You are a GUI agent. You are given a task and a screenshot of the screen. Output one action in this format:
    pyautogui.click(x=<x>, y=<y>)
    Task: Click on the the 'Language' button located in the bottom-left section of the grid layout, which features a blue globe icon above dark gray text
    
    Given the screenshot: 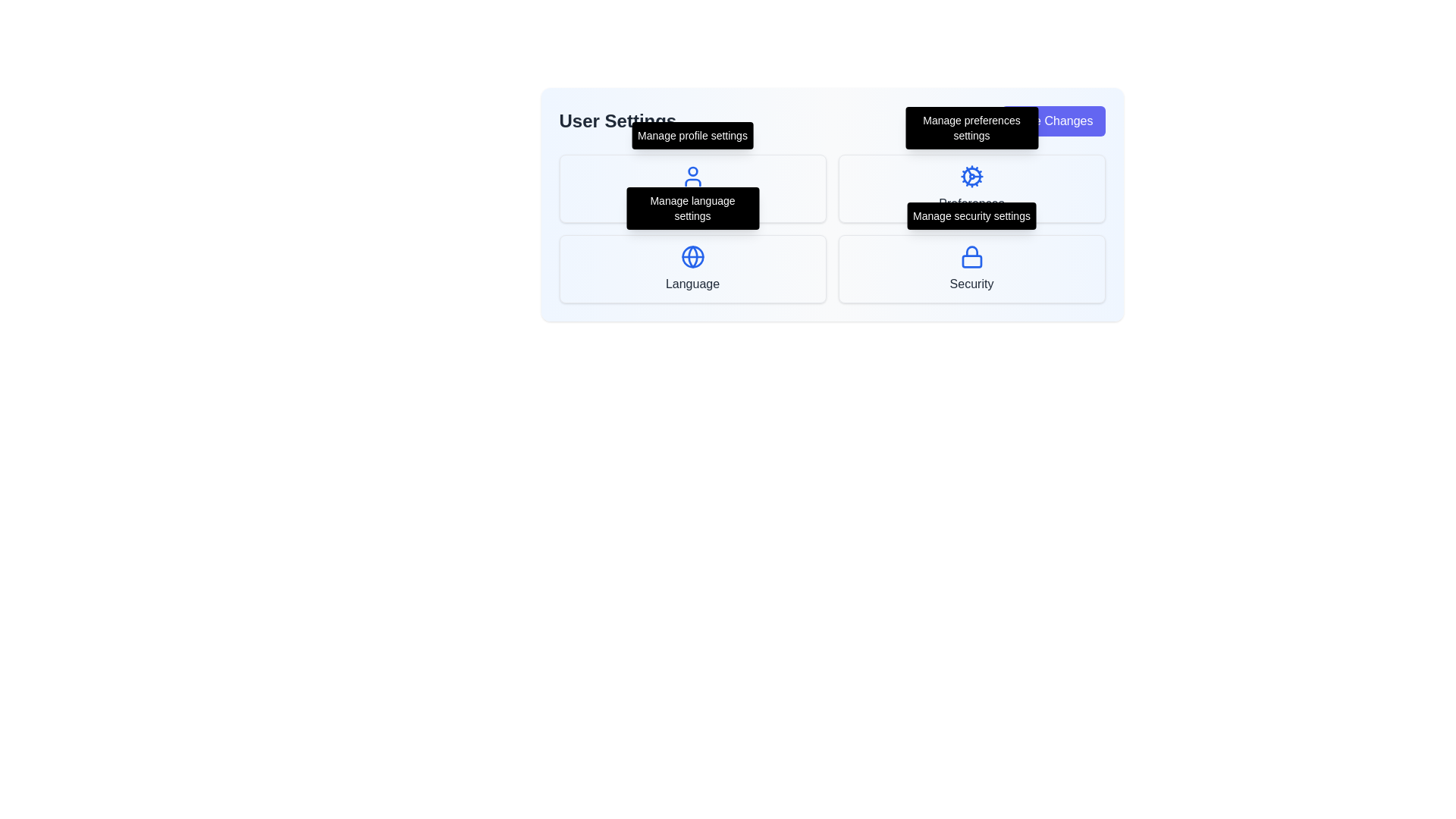 What is the action you would take?
    pyautogui.click(x=692, y=268)
    